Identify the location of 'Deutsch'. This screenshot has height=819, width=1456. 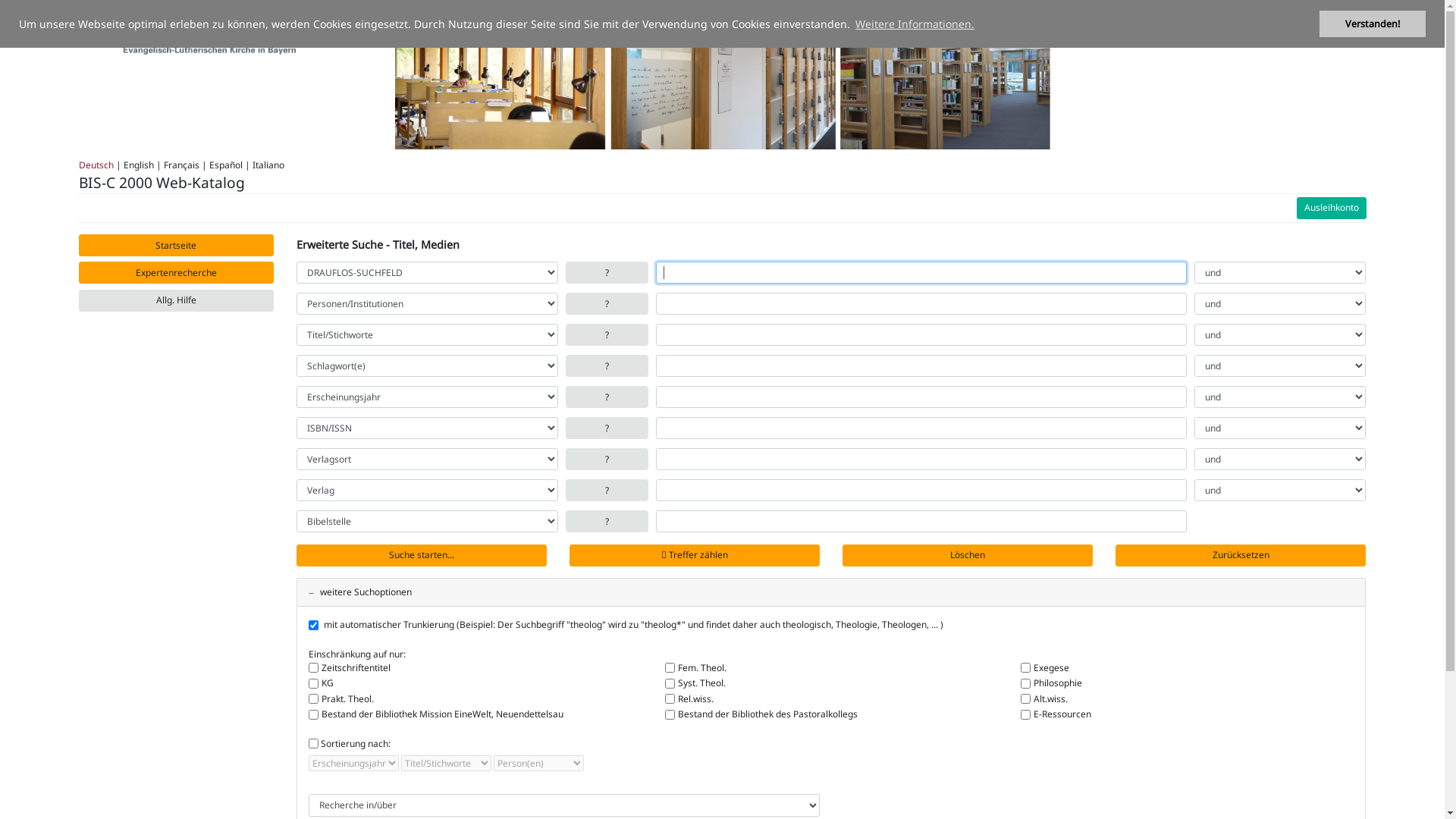
(95, 165).